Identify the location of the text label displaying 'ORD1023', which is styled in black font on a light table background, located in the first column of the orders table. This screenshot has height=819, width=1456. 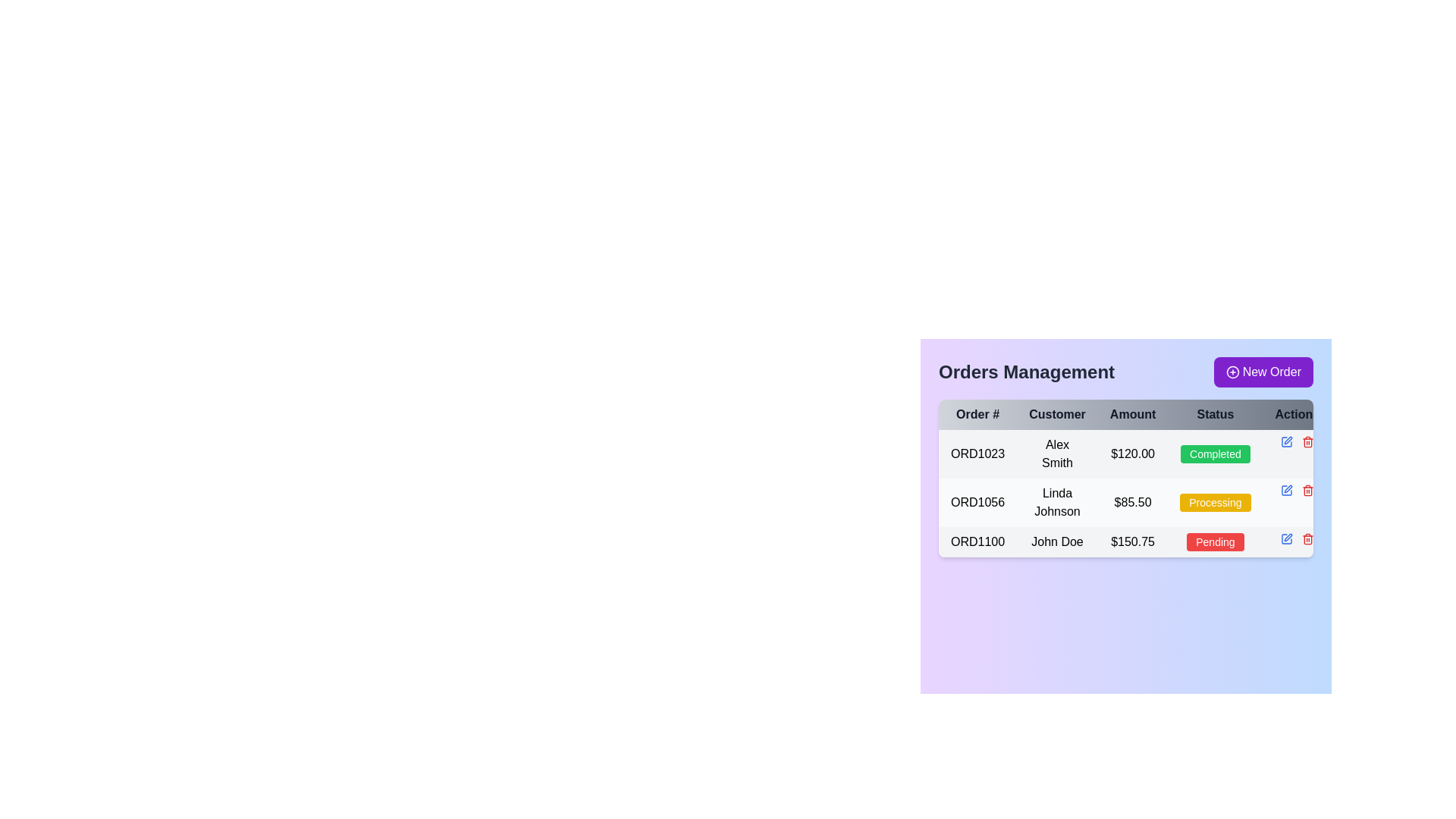
(977, 453).